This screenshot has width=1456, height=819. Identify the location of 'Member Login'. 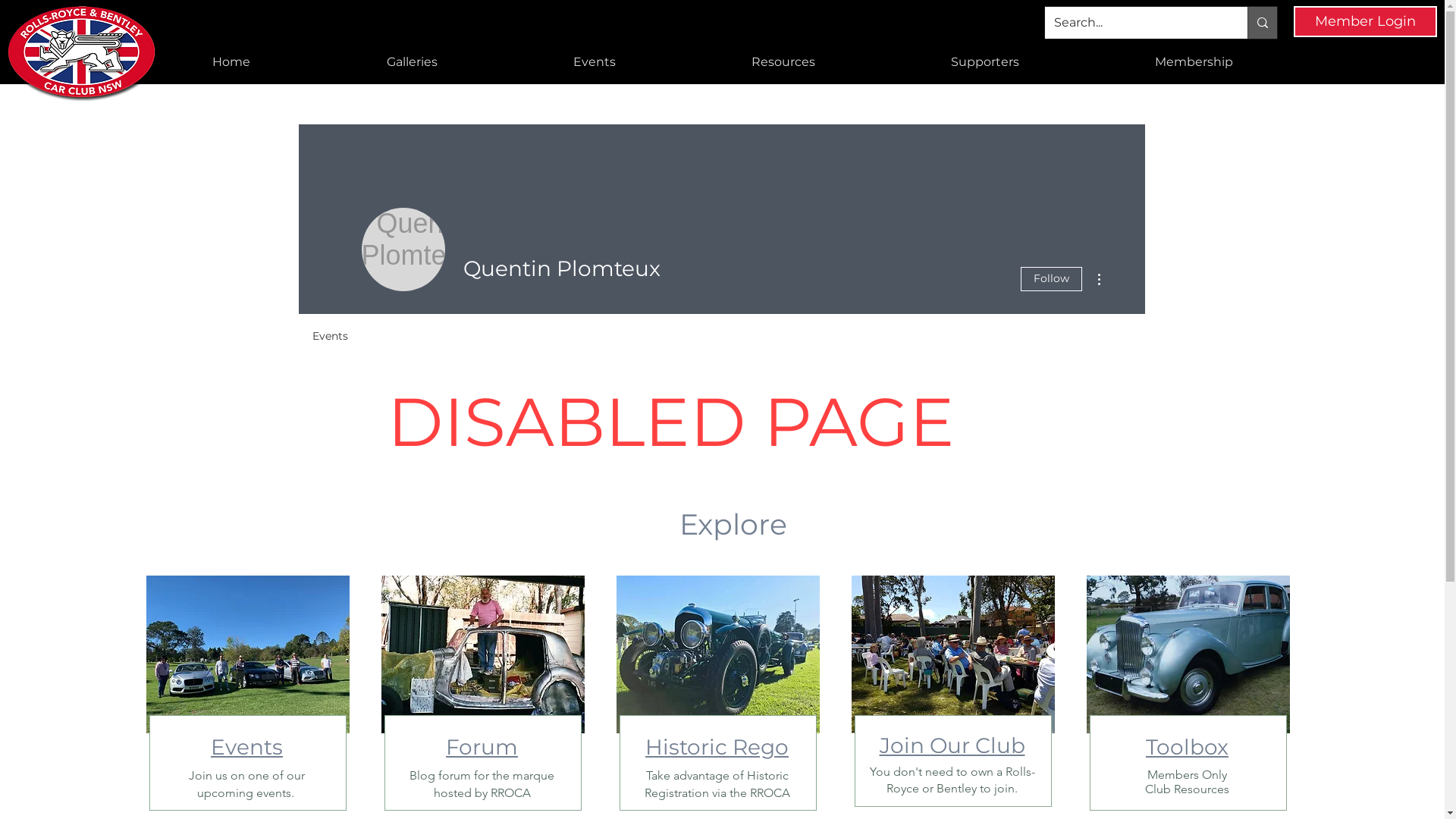
(1365, 21).